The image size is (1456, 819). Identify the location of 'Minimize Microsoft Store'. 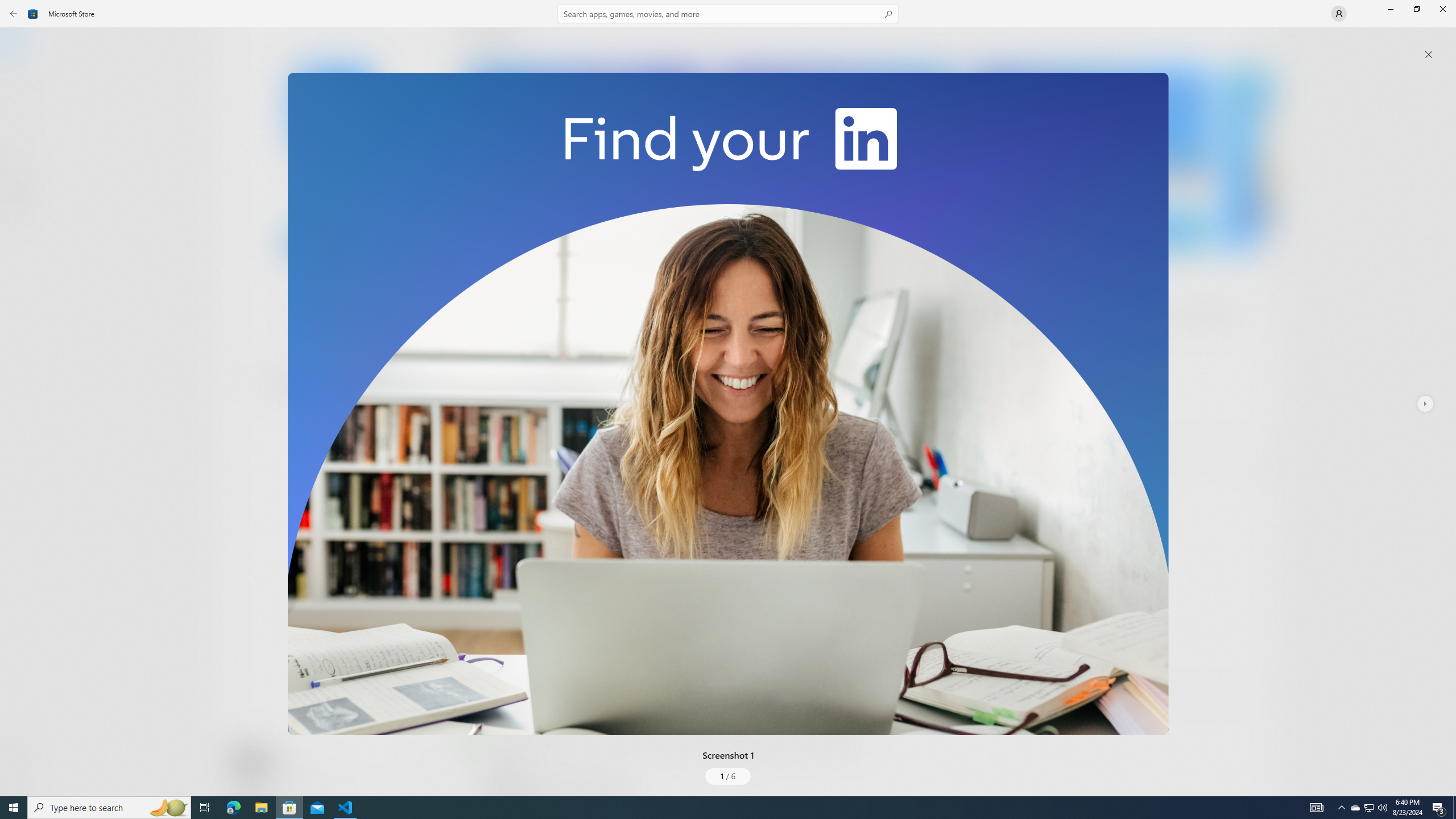
(1389, 9).